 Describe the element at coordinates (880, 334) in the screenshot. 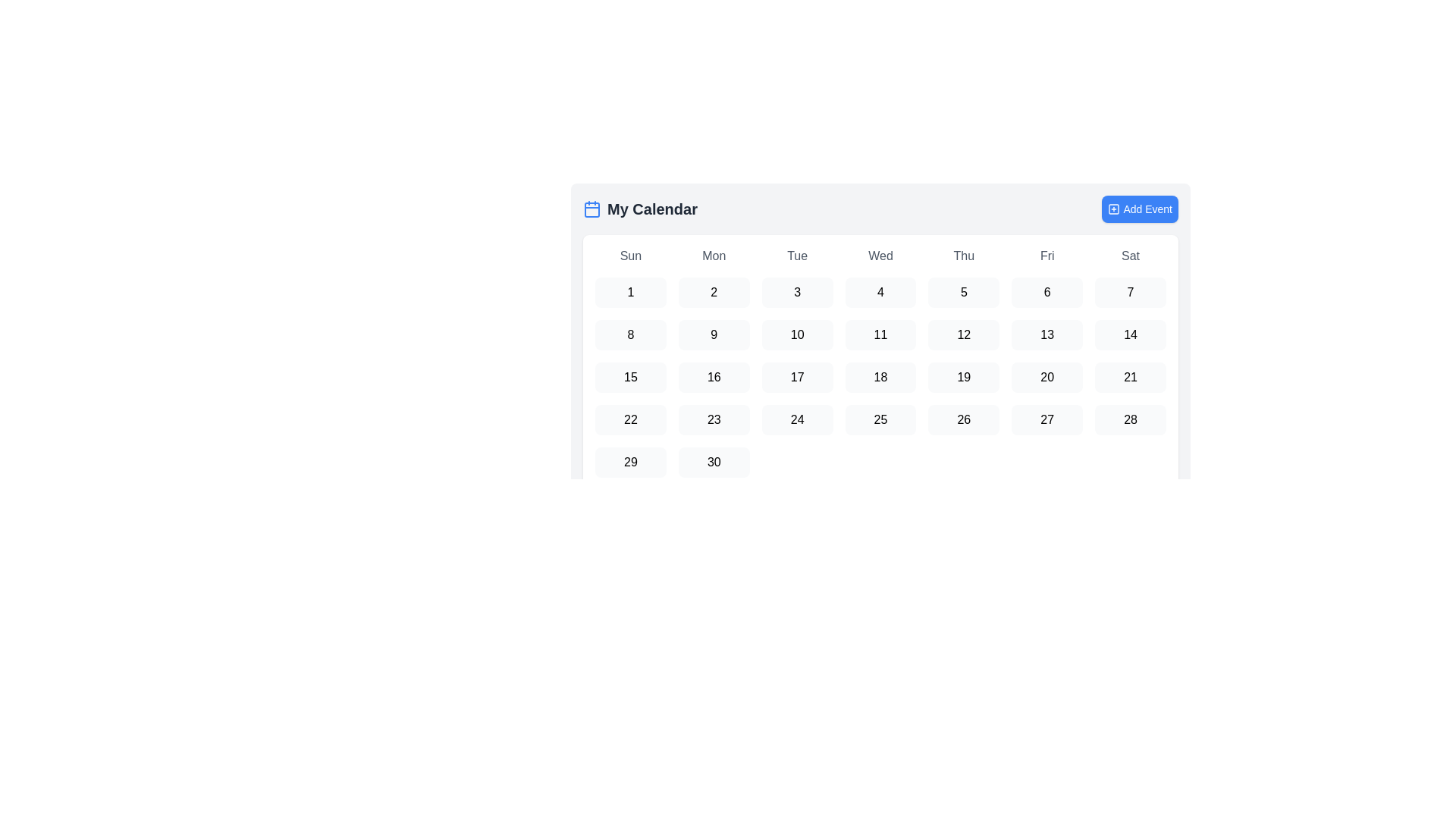

I see `the clickable calendar day element displaying the number '11' in a light gray box` at that location.